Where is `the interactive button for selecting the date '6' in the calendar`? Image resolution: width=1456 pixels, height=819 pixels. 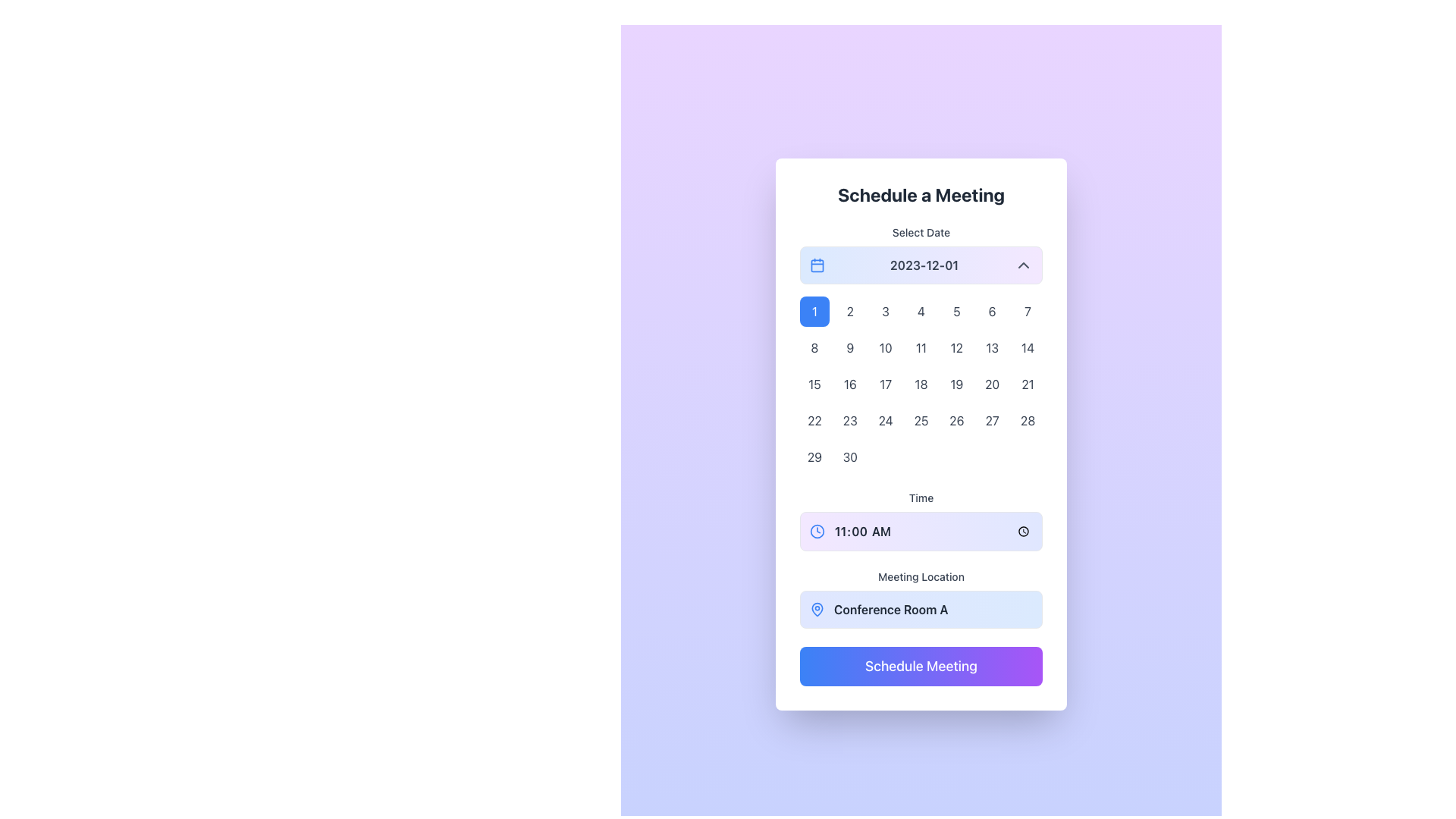 the interactive button for selecting the date '6' in the calendar is located at coordinates (992, 311).